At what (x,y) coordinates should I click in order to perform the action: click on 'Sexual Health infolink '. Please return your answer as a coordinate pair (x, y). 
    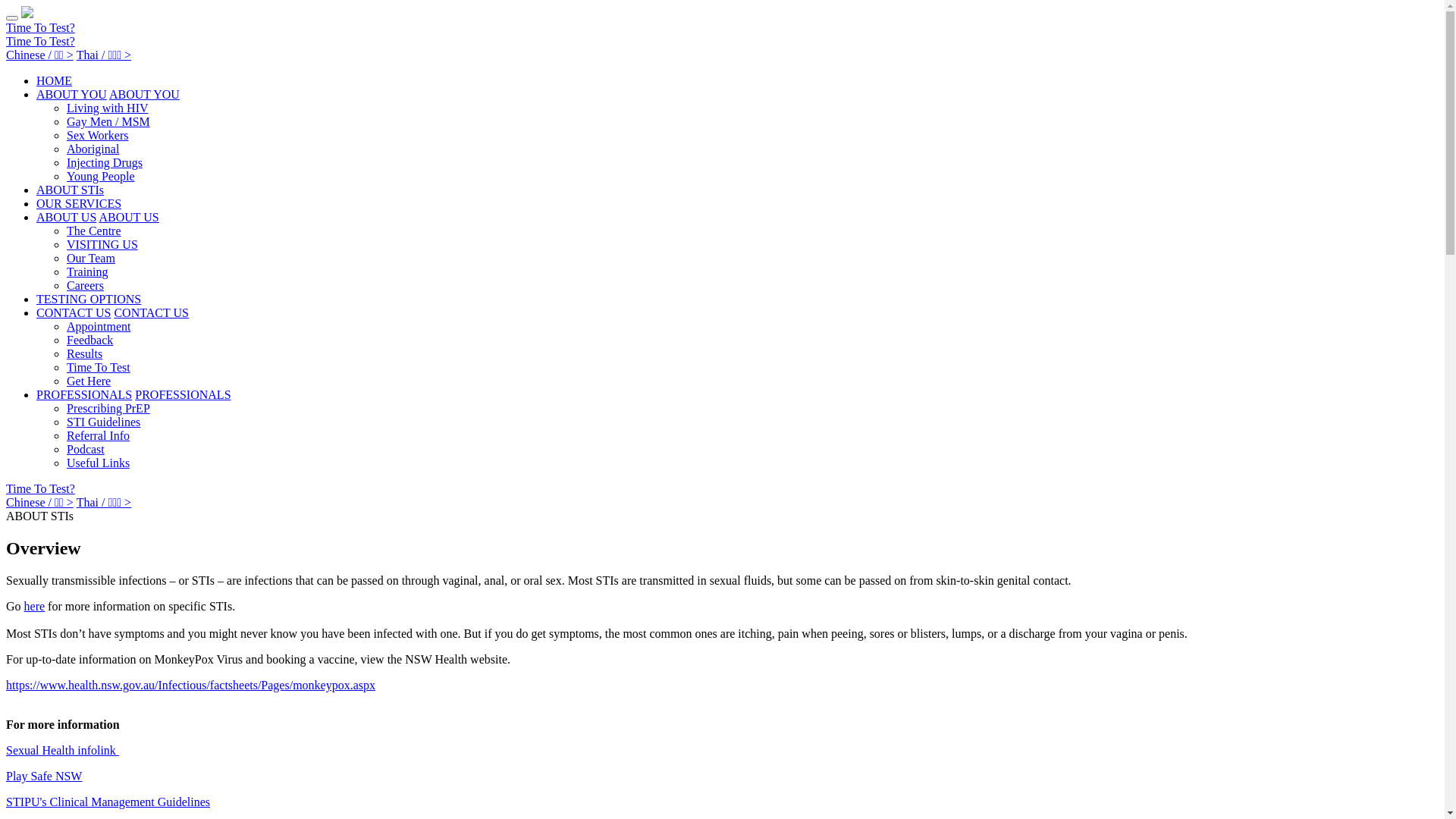
    Looking at the image, I should click on (61, 749).